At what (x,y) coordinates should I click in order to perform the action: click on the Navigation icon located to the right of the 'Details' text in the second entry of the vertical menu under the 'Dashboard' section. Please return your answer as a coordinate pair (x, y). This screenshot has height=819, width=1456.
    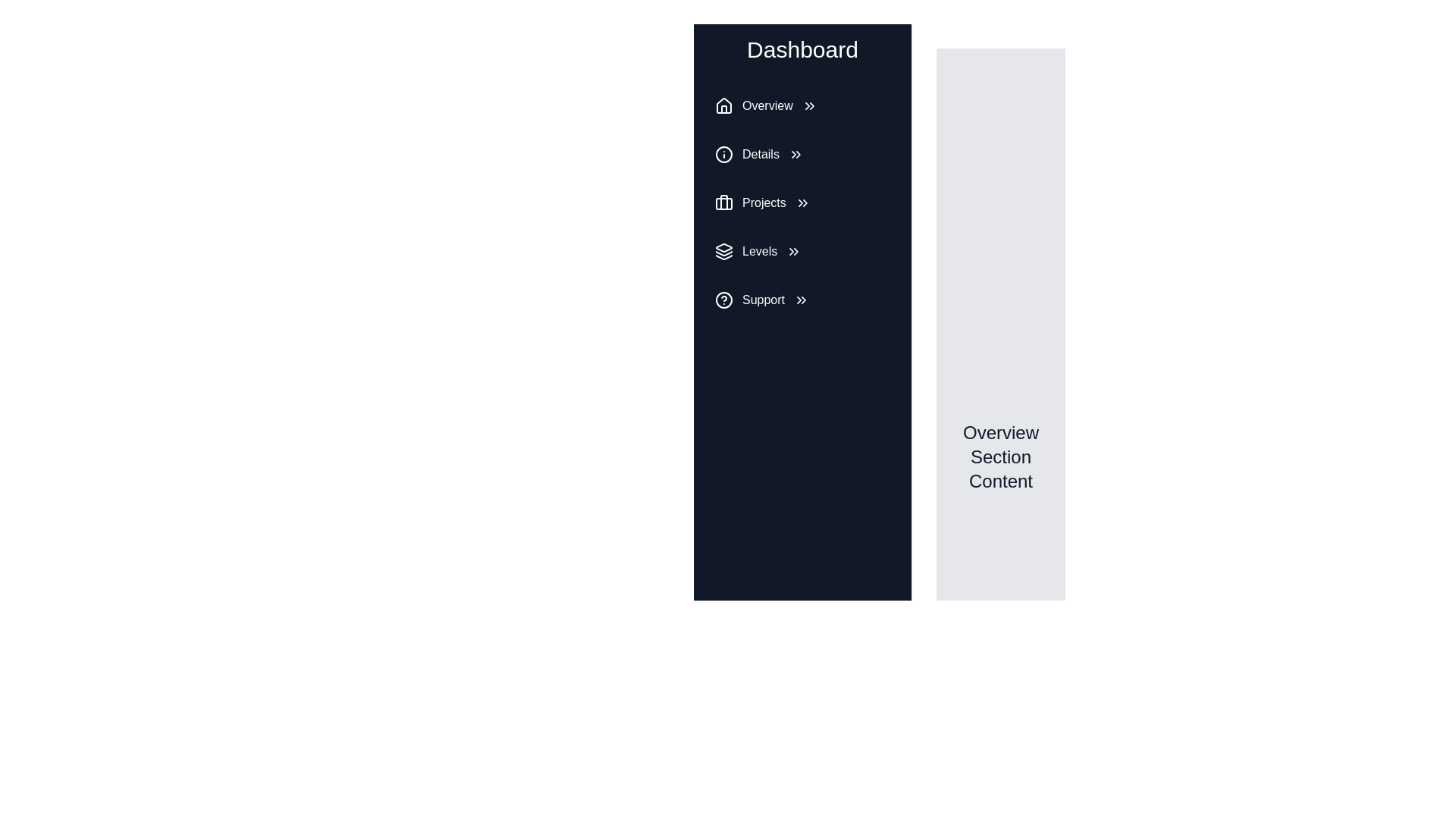
    Looking at the image, I should click on (795, 155).